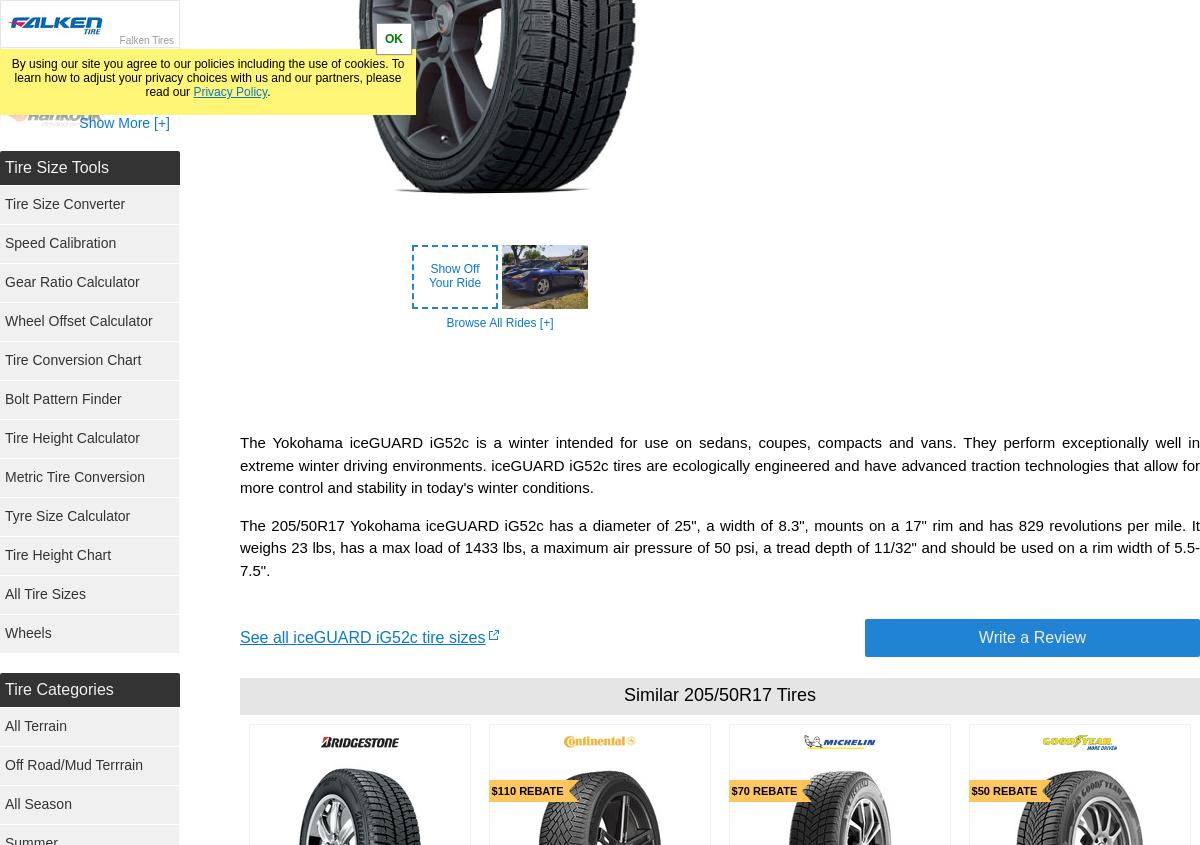 This screenshot has height=845, width=1200. I want to click on 'Tyre Size Calculator', so click(67, 515).